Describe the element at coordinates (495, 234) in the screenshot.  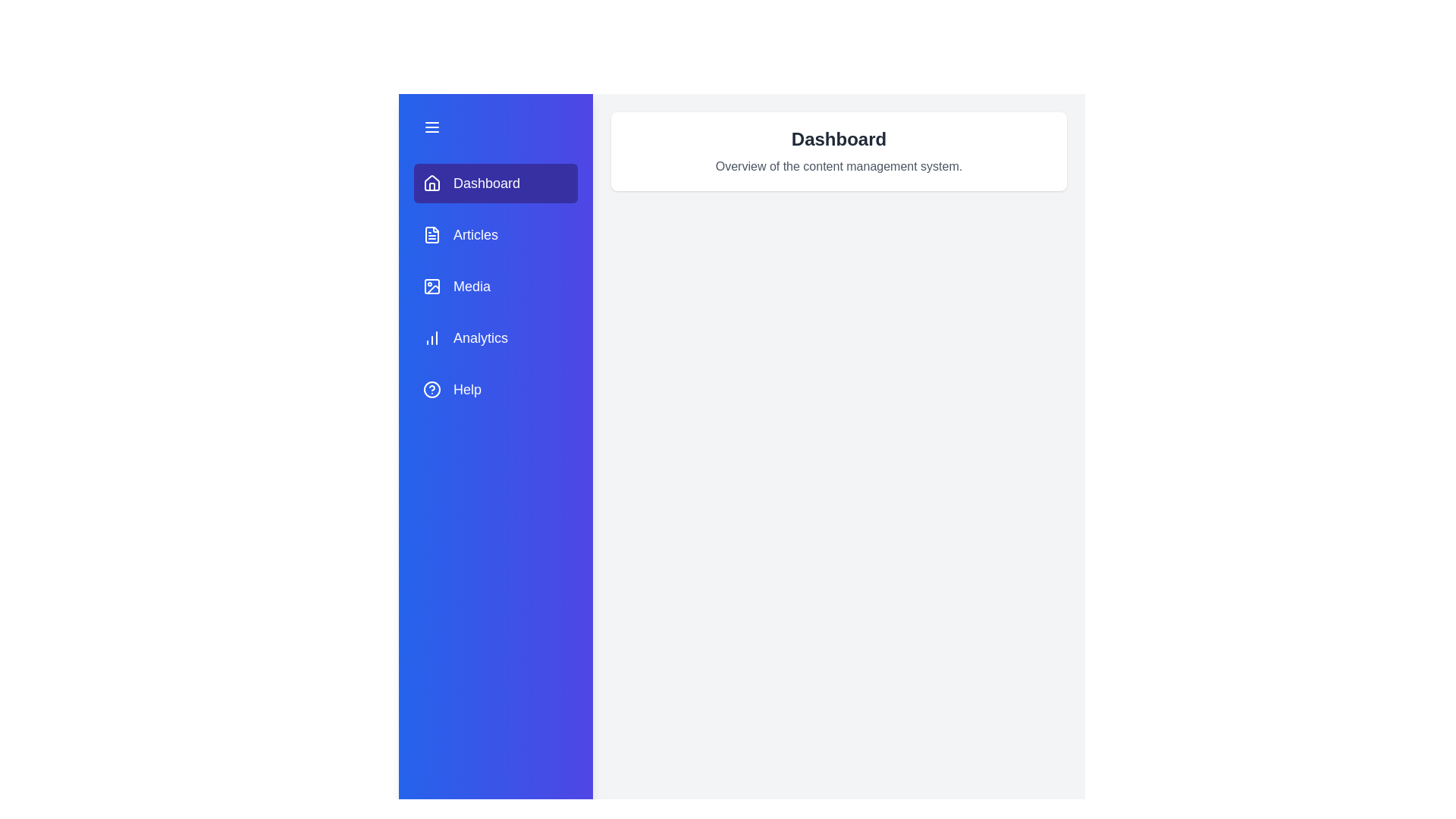
I see `the tab labeled Articles to highlight it` at that location.